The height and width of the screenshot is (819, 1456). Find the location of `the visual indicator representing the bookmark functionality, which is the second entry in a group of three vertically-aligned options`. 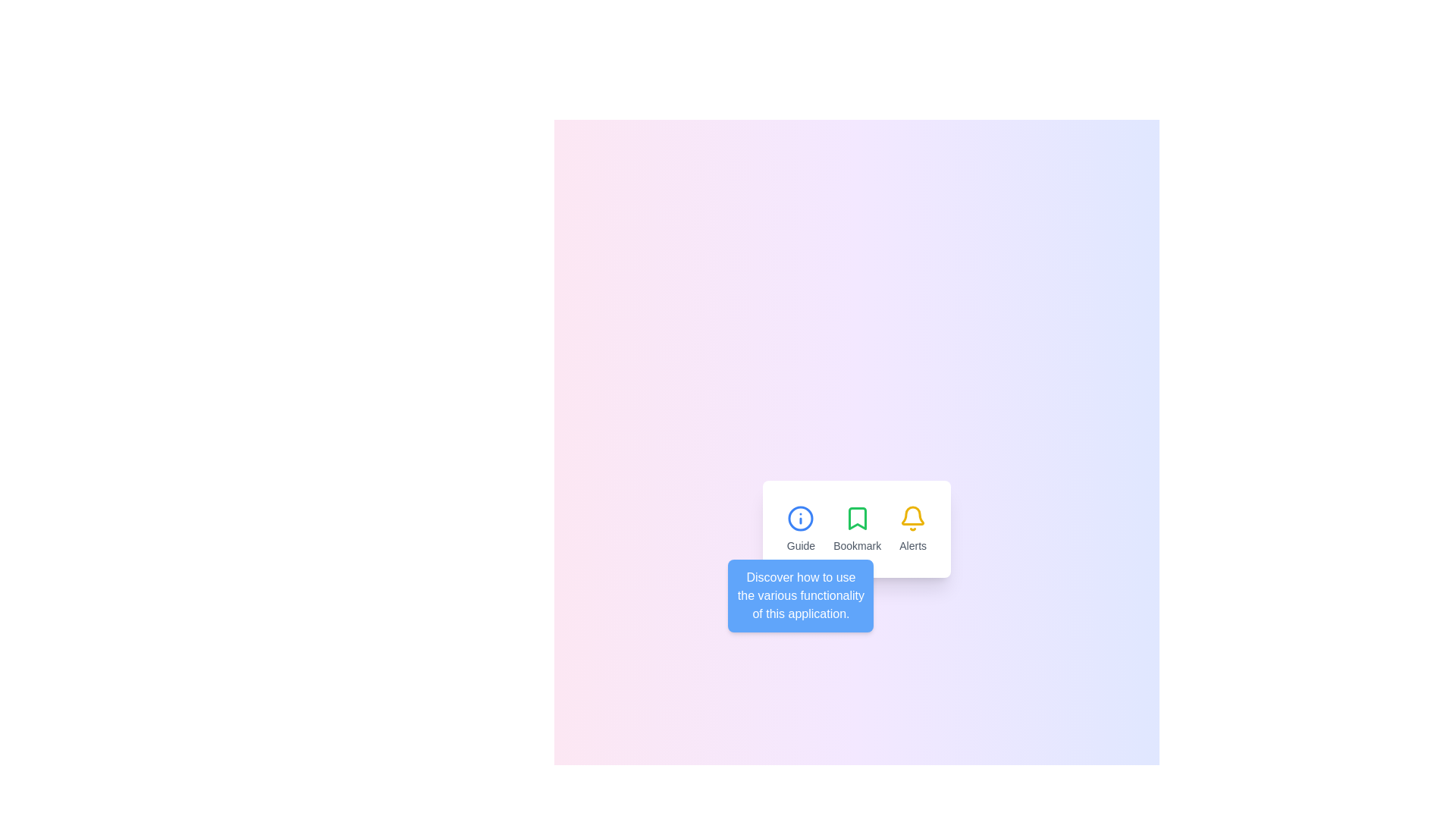

the visual indicator representing the bookmark functionality, which is the second entry in a group of three vertically-aligned options is located at coordinates (857, 529).